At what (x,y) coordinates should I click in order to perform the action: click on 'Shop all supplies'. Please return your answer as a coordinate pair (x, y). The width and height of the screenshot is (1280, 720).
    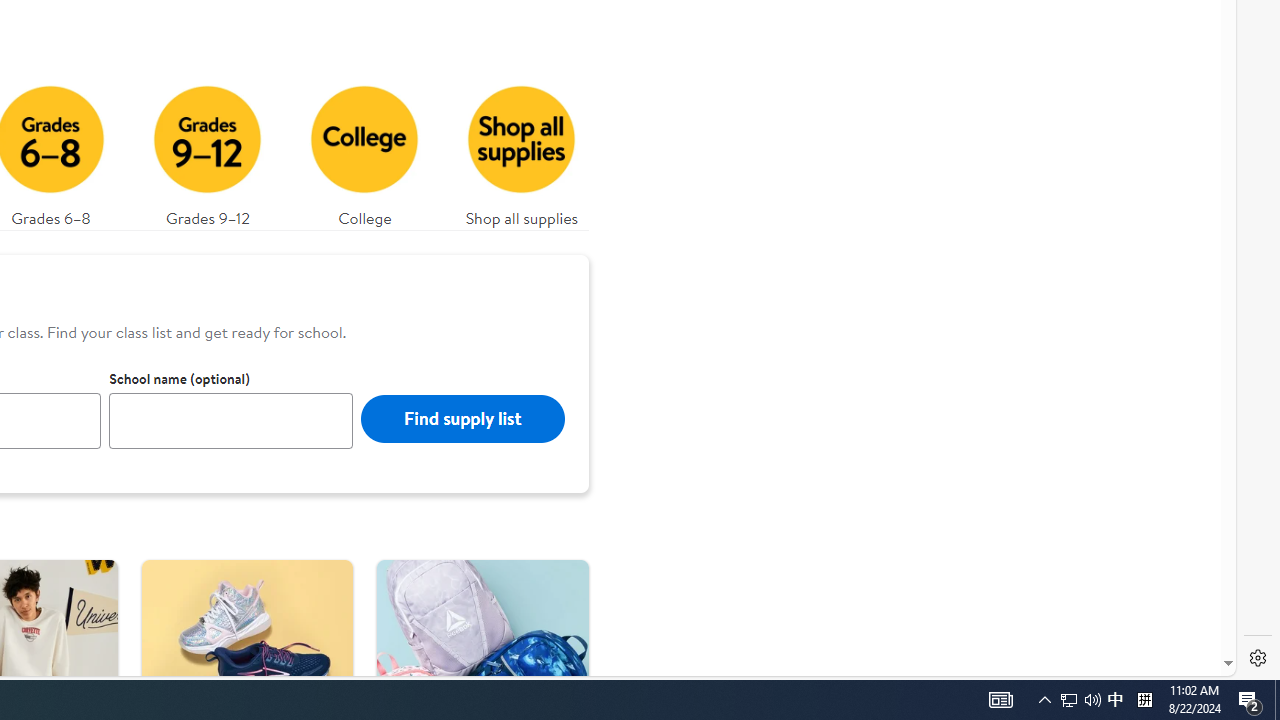
    Looking at the image, I should click on (522, 150).